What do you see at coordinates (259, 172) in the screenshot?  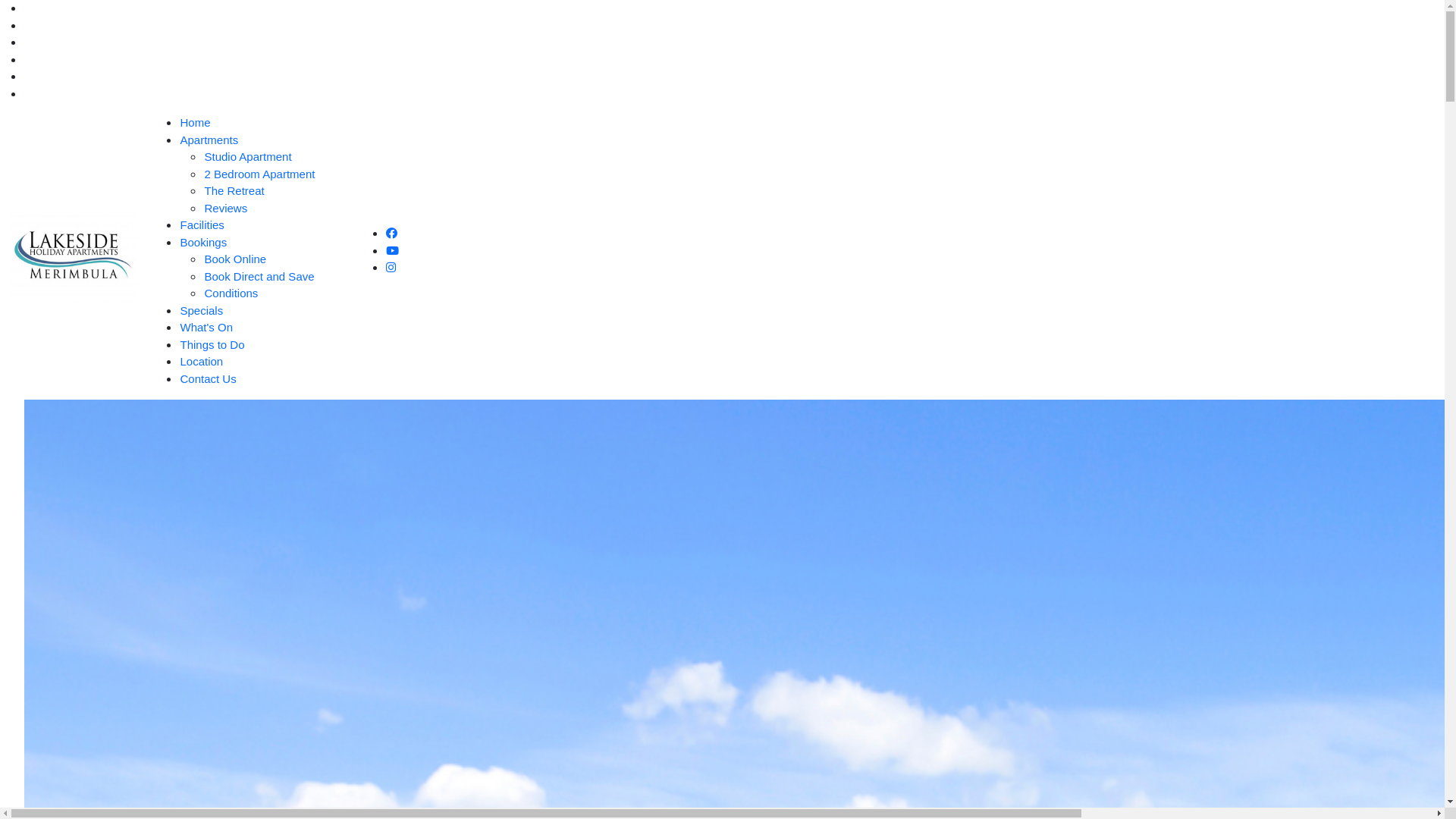 I see `'2 Bedroom Apartment'` at bounding box center [259, 172].